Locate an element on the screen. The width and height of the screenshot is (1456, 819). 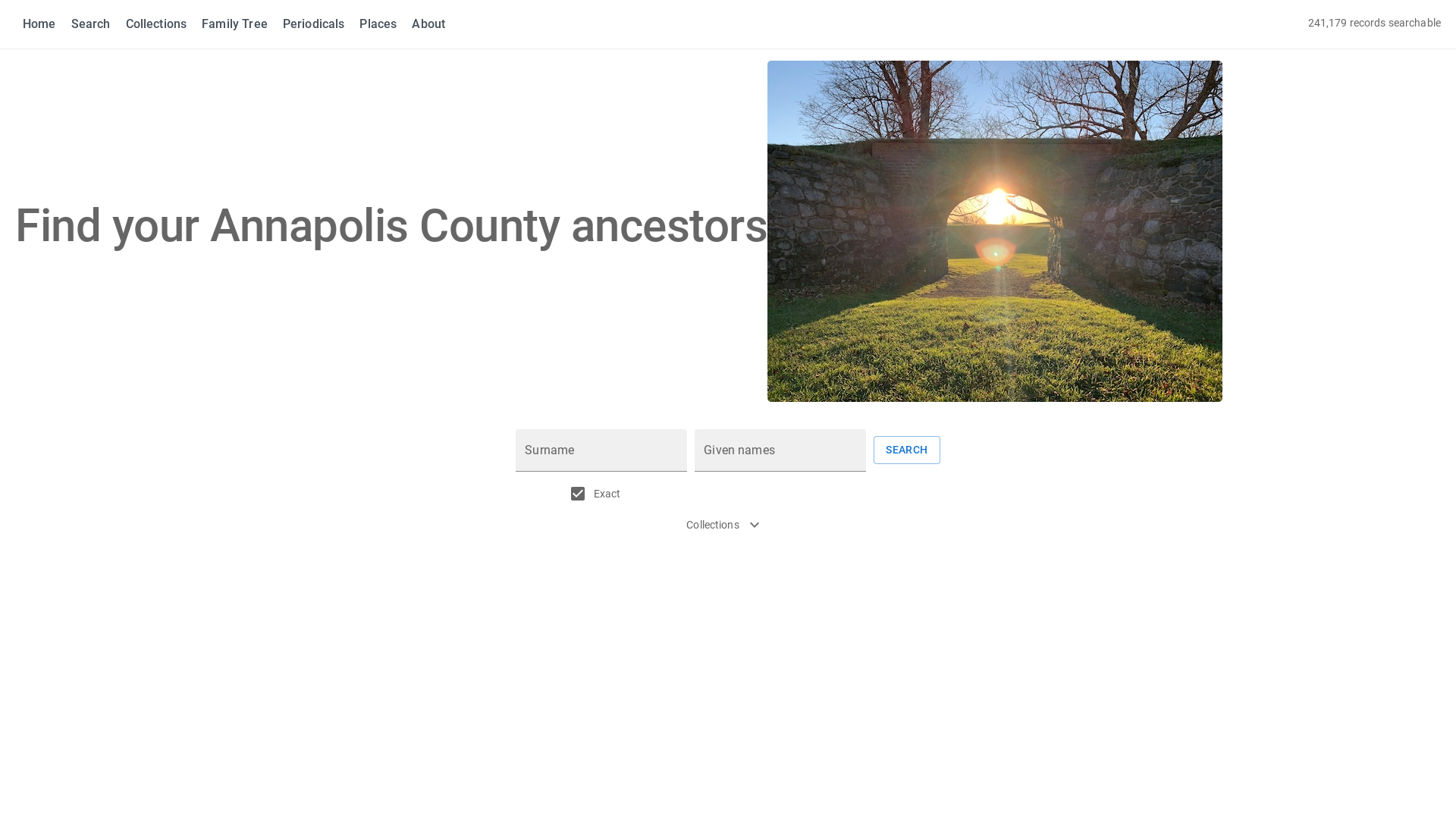
'SEARCH' is located at coordinates (874, 449).